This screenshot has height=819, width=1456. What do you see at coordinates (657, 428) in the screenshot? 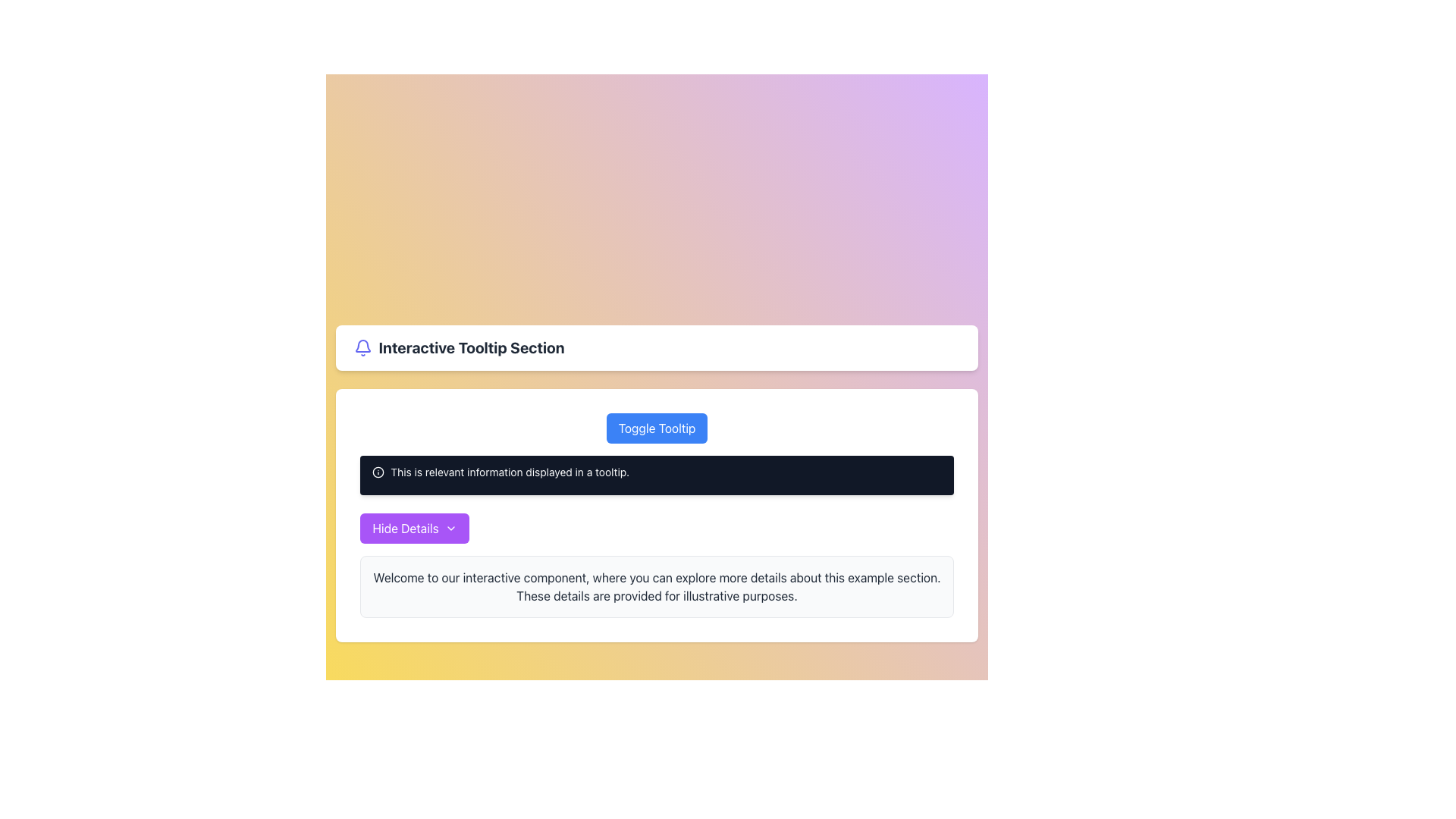
I see `the button located above the black tooltip strip labeled 'This is relevant information displayed in a tooltip'` at bounding box center [657, 428].